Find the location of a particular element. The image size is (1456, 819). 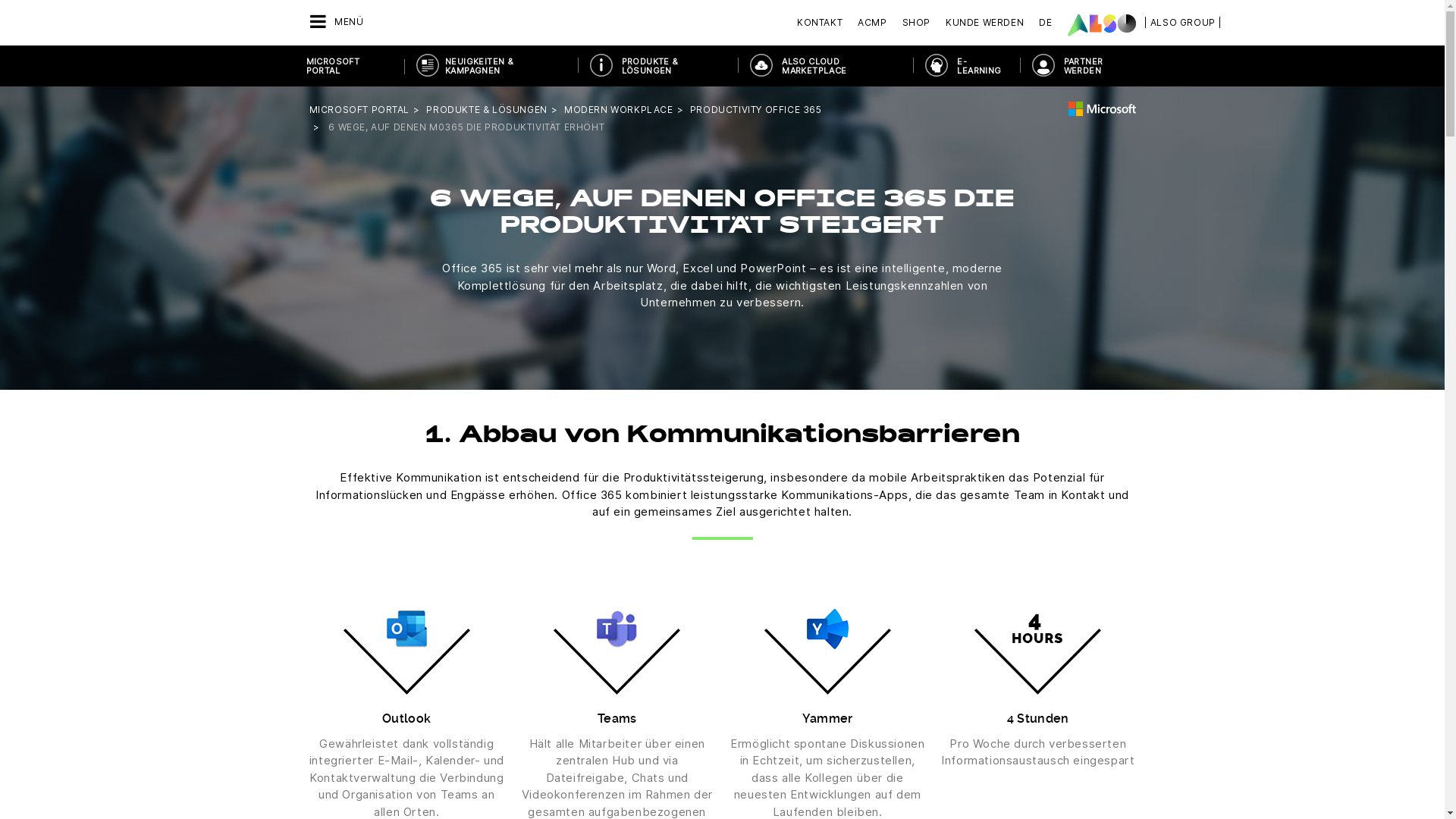

'ALSO Schweiz AG' is located at coordinates (1066, 25).